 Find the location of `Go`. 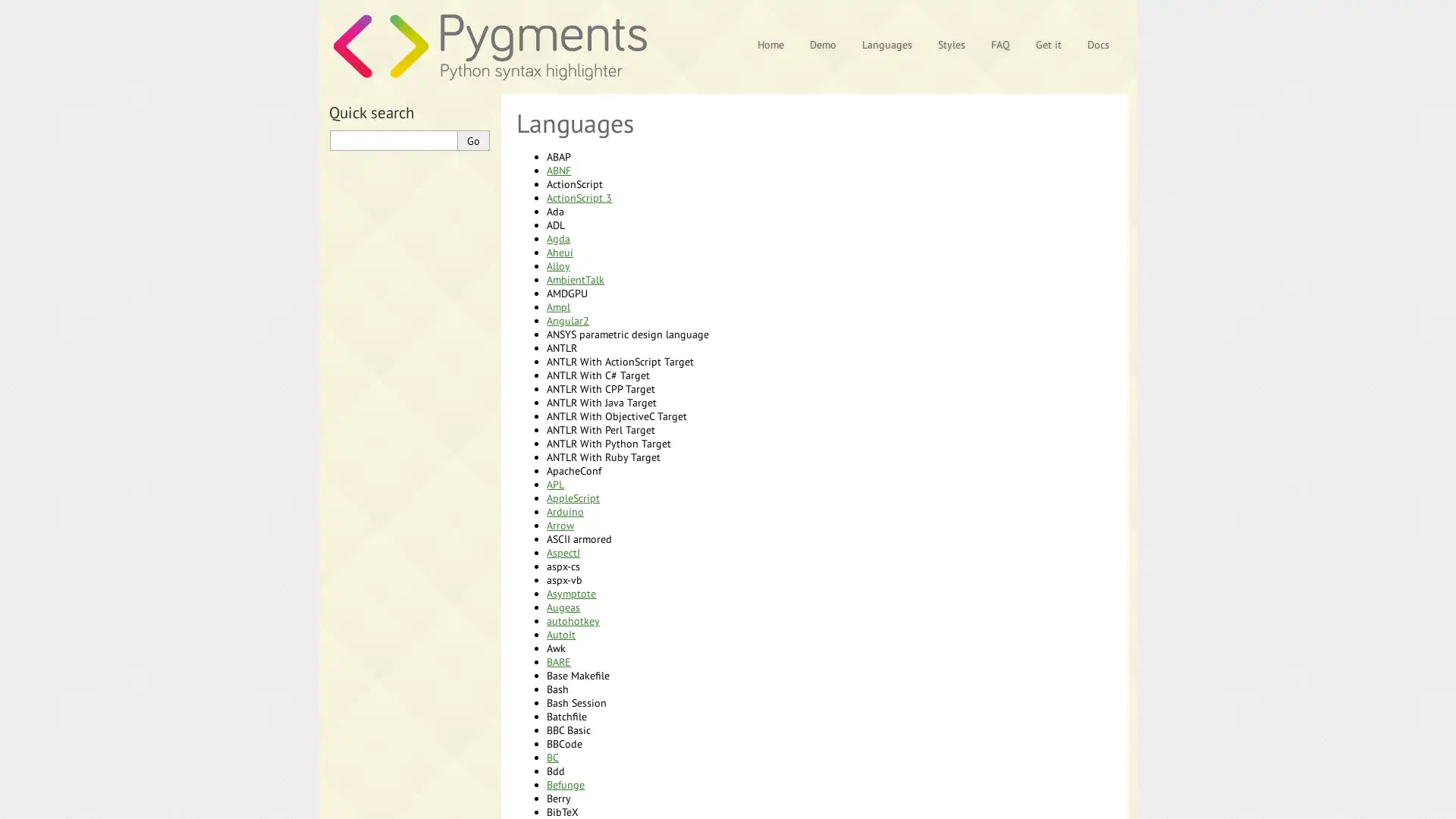

Go is located at coordinates (472, 140).